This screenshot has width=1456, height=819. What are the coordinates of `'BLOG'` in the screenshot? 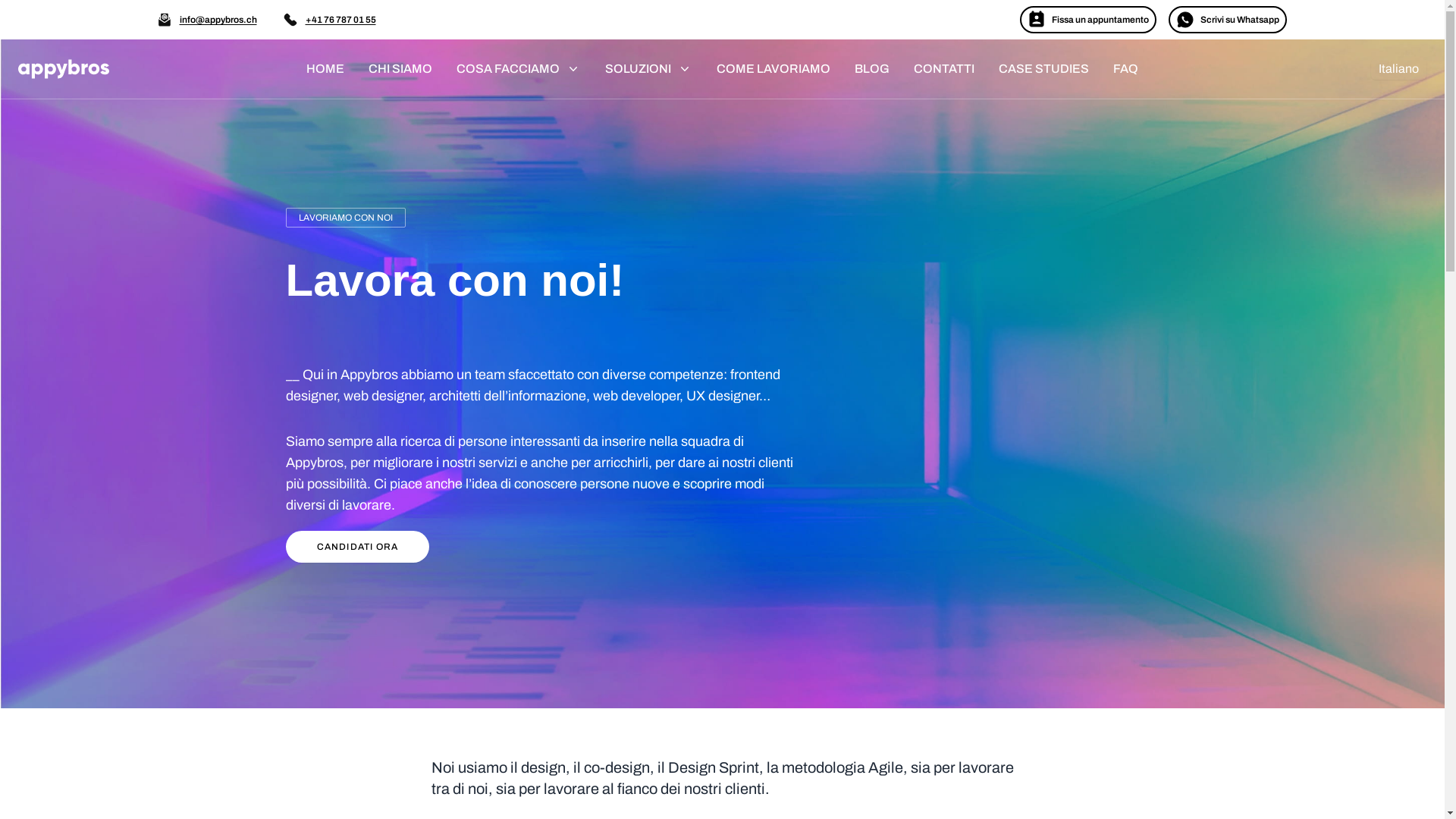 It's located at (872, 69).